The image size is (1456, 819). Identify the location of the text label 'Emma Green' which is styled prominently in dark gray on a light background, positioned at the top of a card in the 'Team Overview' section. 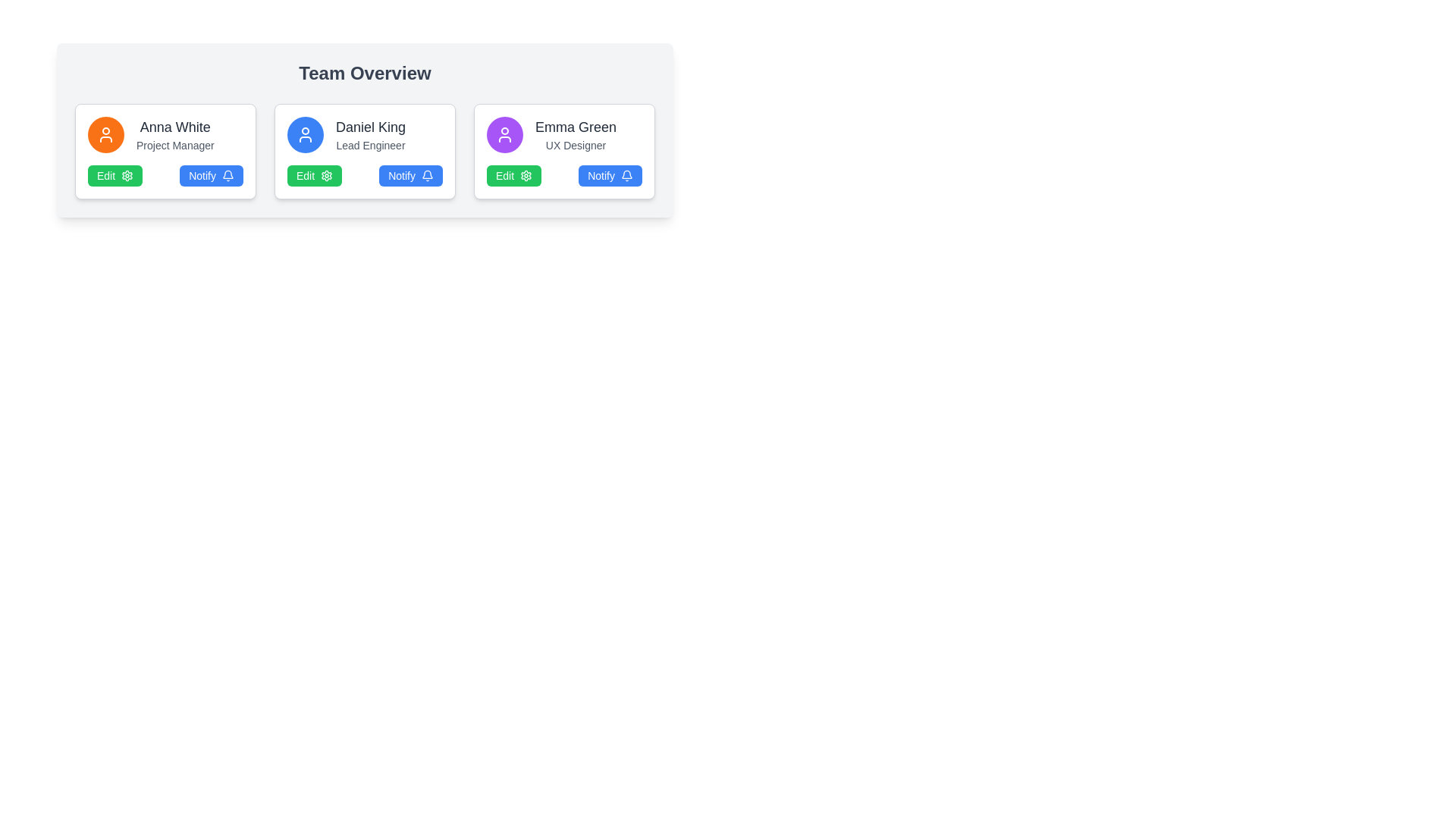
(575, 127).